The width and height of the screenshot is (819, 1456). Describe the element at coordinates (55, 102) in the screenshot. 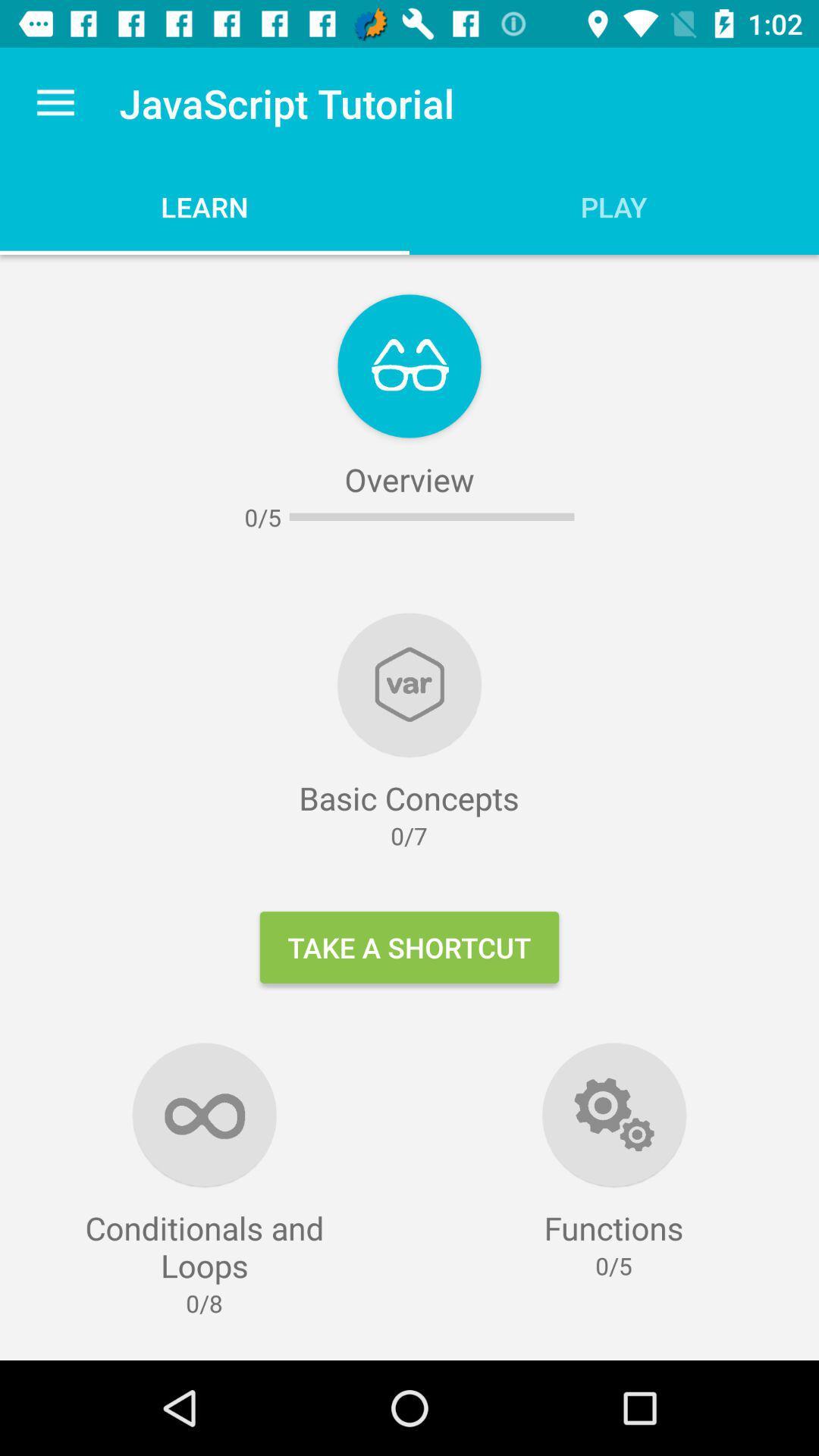

I see `the icon to the left of javascript tutorial item` at that location.